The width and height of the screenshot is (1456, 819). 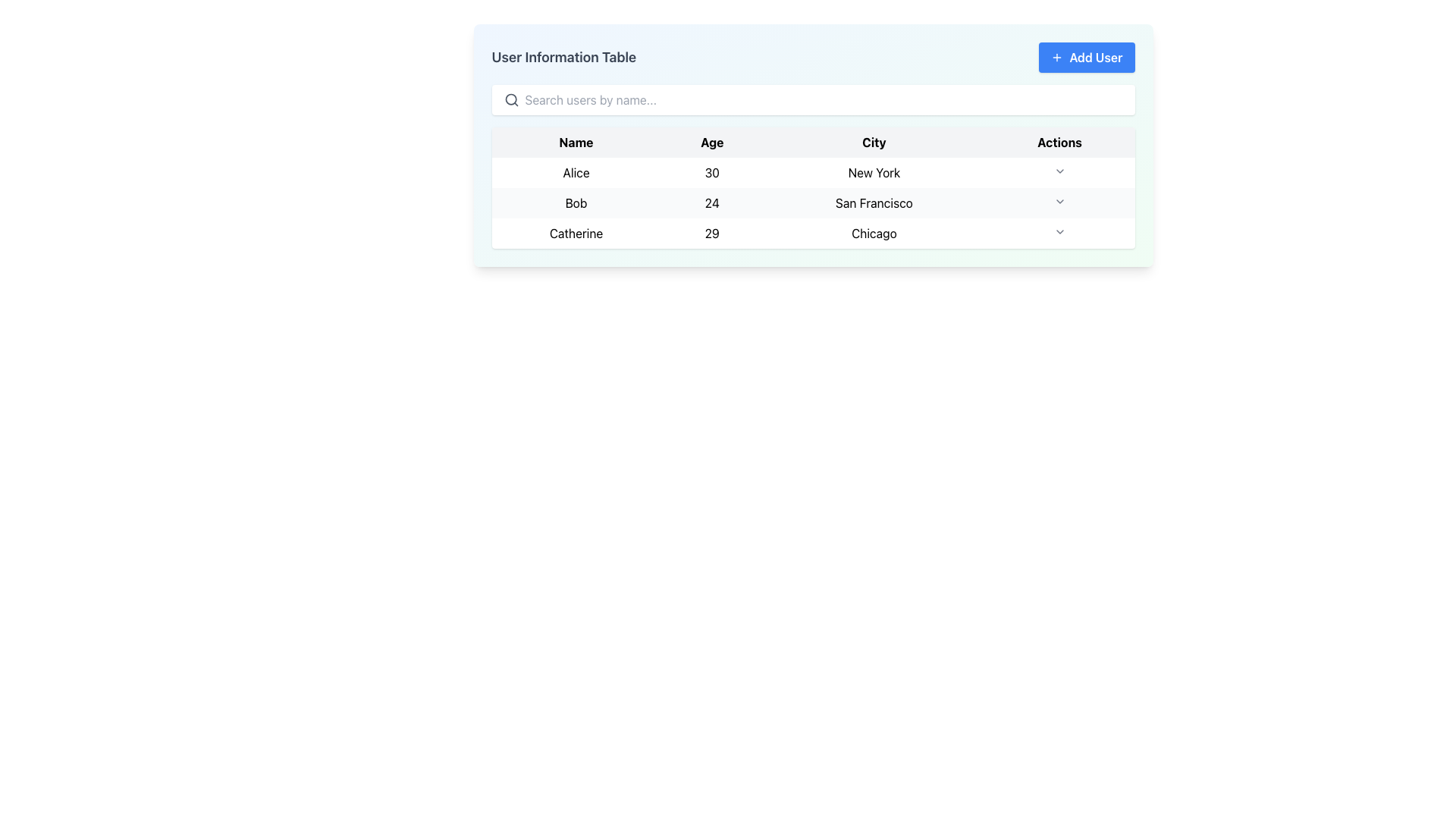 I want to click on the text element displaying the name 'Alice' in the user information table, located in the first visible row of the 'Name' column, so click(x=575, y=171).